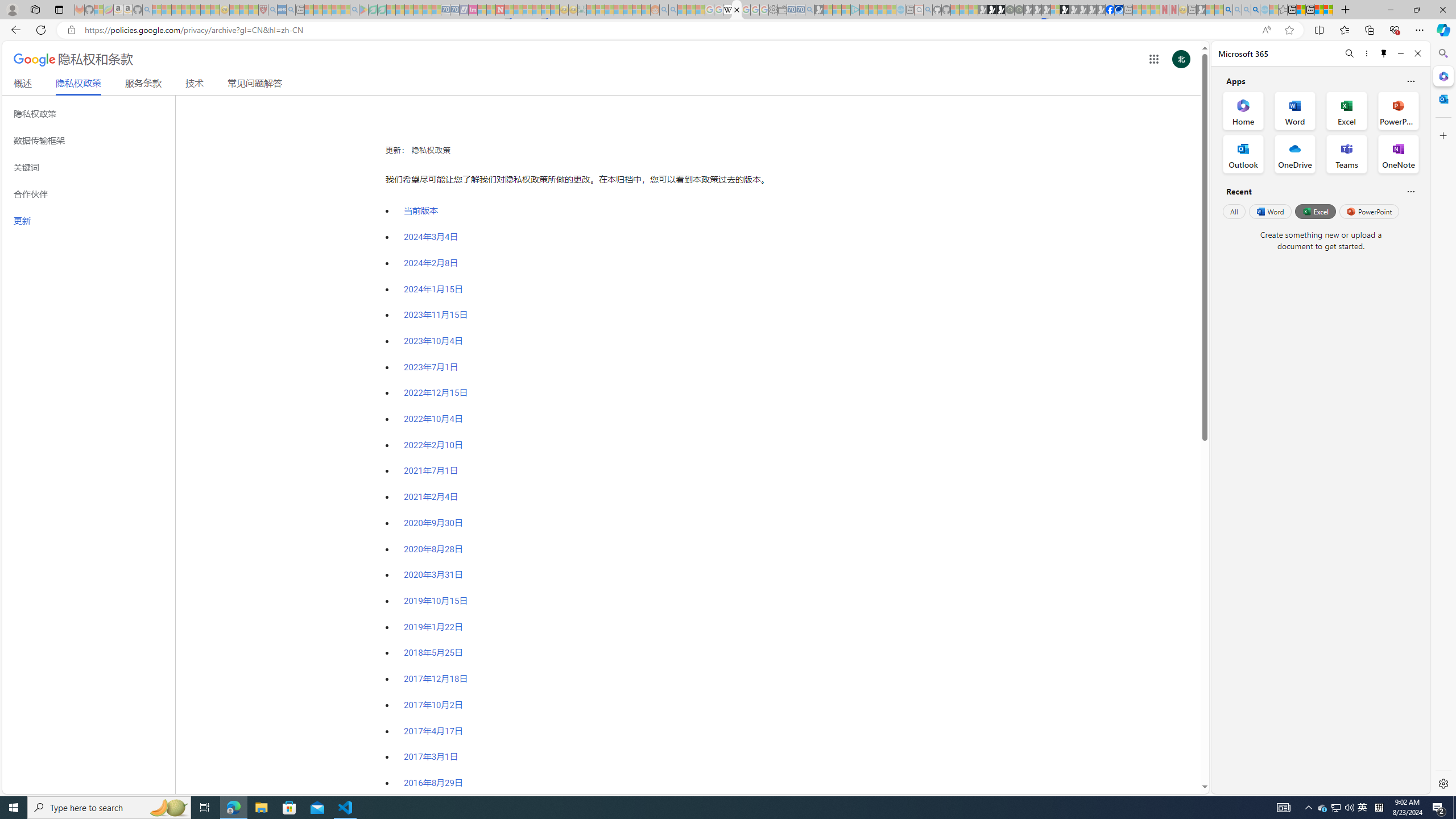 The image size is (1456, 819). What do you see at coordinates (1314, 211) in the screenshot?
I see `'Excel'` at bounding box center [1314, 211].